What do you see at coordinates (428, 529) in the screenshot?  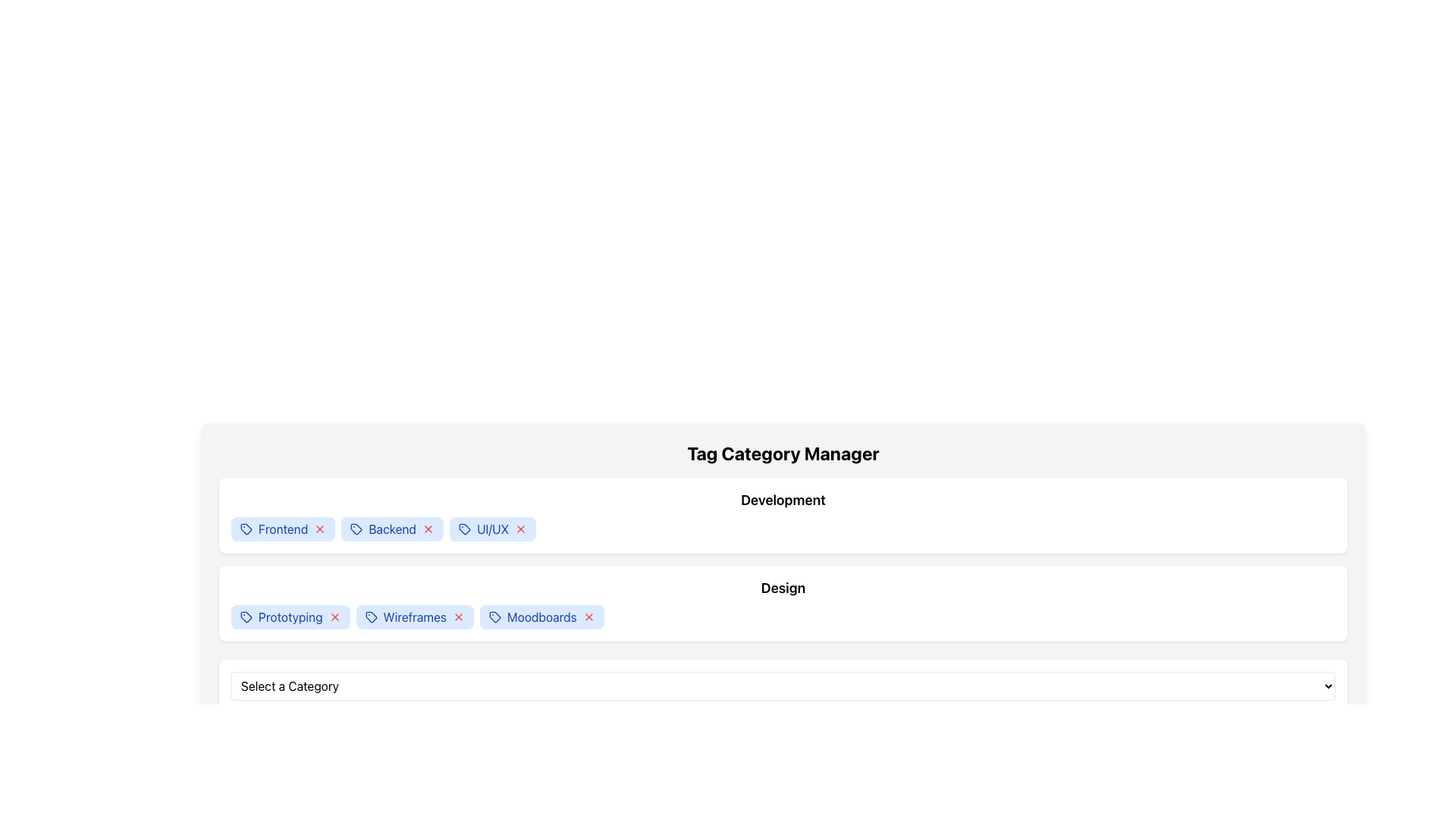 I see `the removal icon located to the right of the 'Backend' tag in the 'Development' section` at bounding box center [428, 529].